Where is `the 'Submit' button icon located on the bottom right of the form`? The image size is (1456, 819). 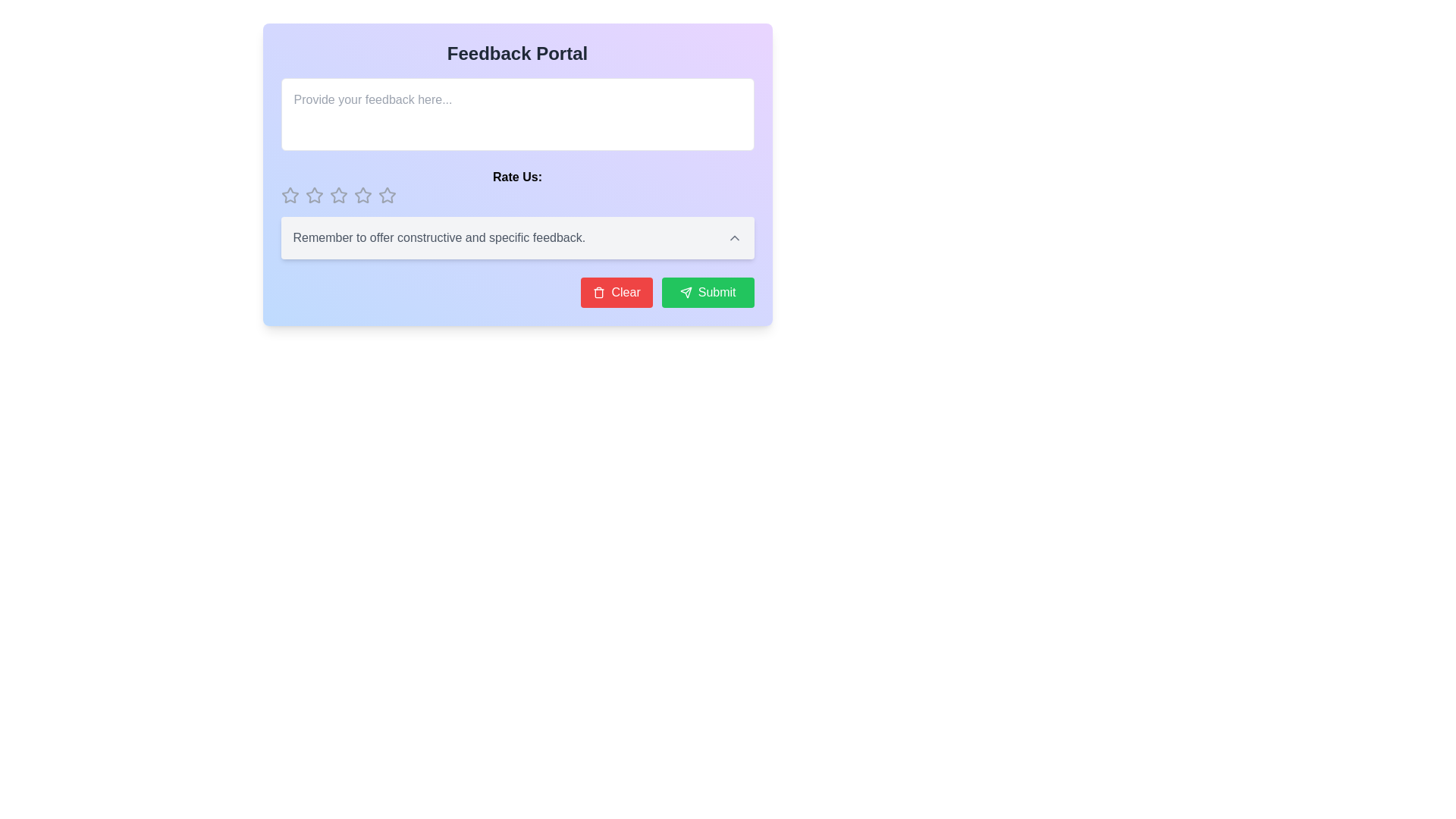 the 'Submit' button icon located on the bottom right of the form is located at coordinates (685, 292).